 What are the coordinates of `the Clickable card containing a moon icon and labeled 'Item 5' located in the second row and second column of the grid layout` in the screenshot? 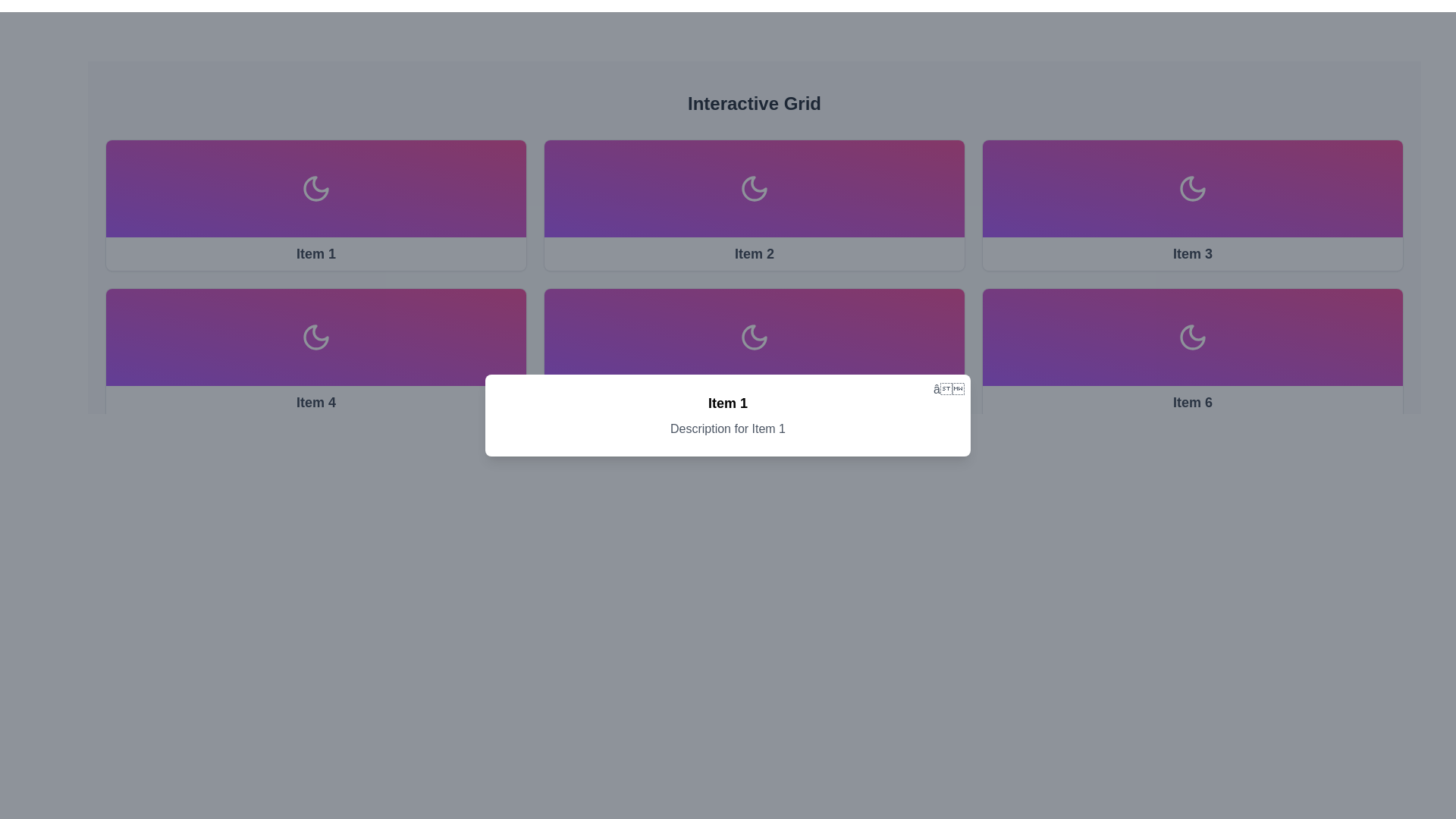 It's located at (754, 353).